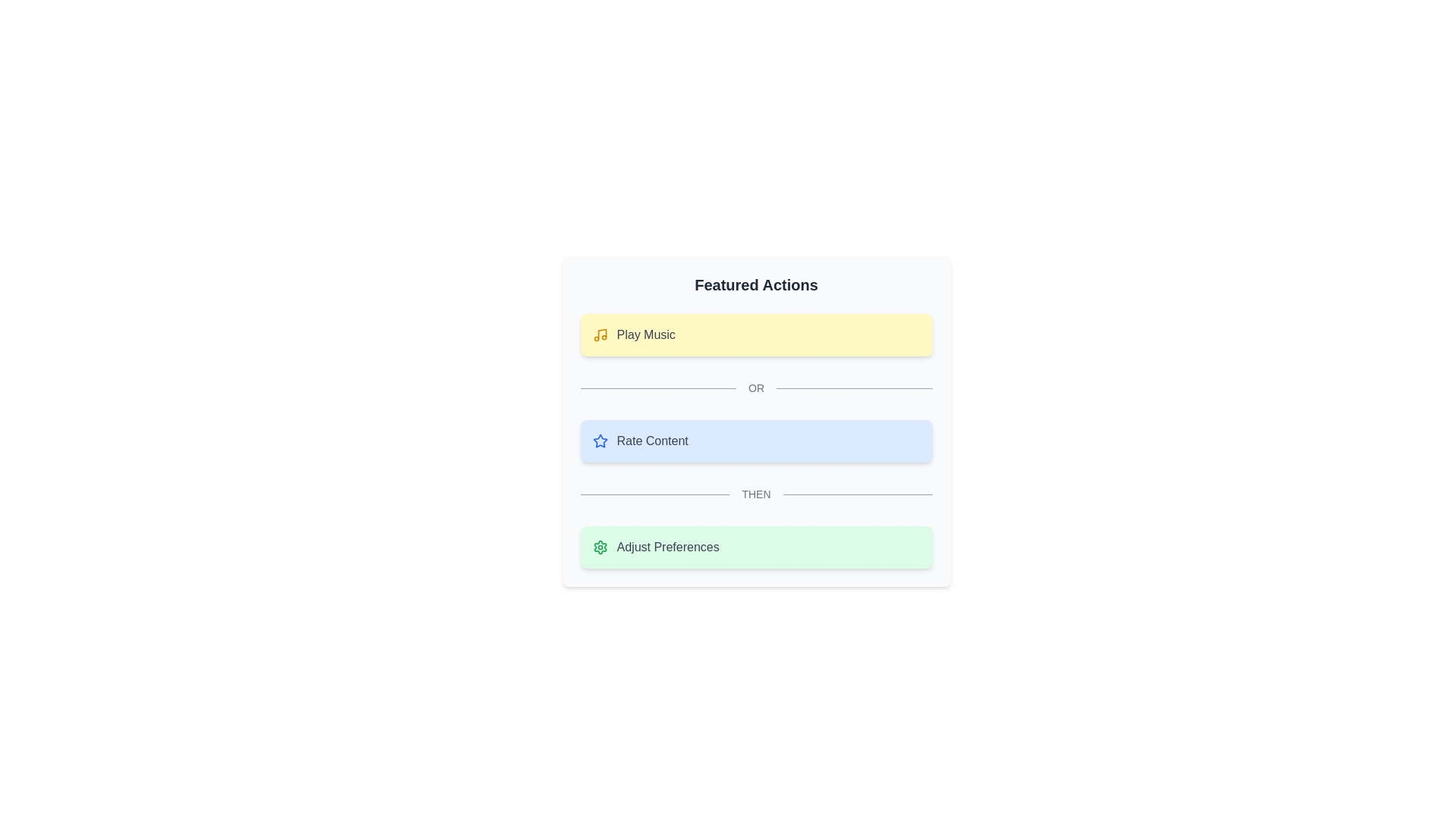 The image size is (1456, 819). What do you see at coordinates (756, 494) in the screenshot?
I see `the third inline text separator element located between the 'Rate Content' section and the 'Adjust Preferences' section` at bounding box center [756, 494].